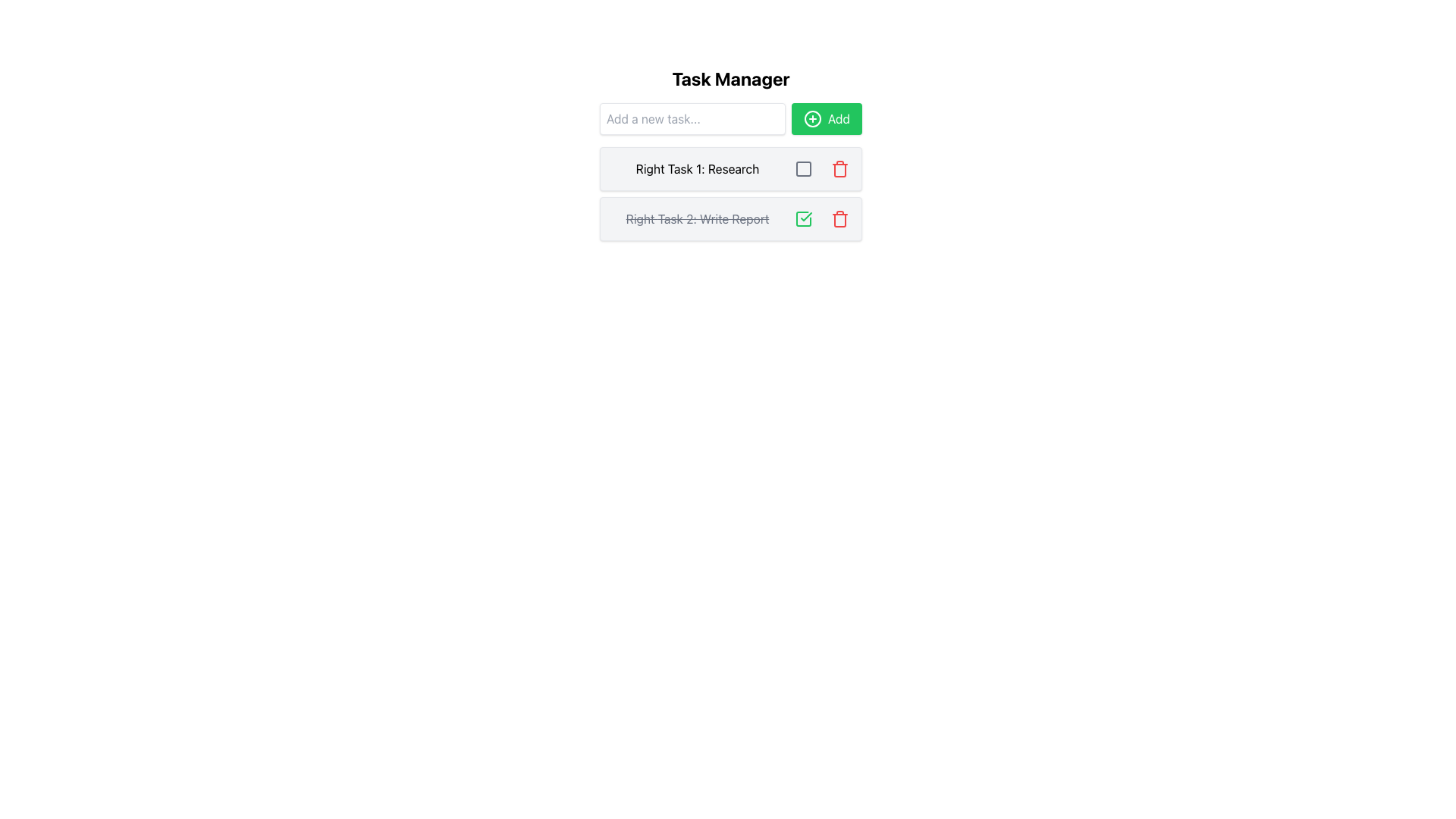 The width and height of the screenshot is (1456, 819). What do you see at coordinates (803, 169) in the screenshot?
I see `the small red square button located to the right of 'Right Task 1: Research' in the second task row for additional options` at bounding box center [803, 169].